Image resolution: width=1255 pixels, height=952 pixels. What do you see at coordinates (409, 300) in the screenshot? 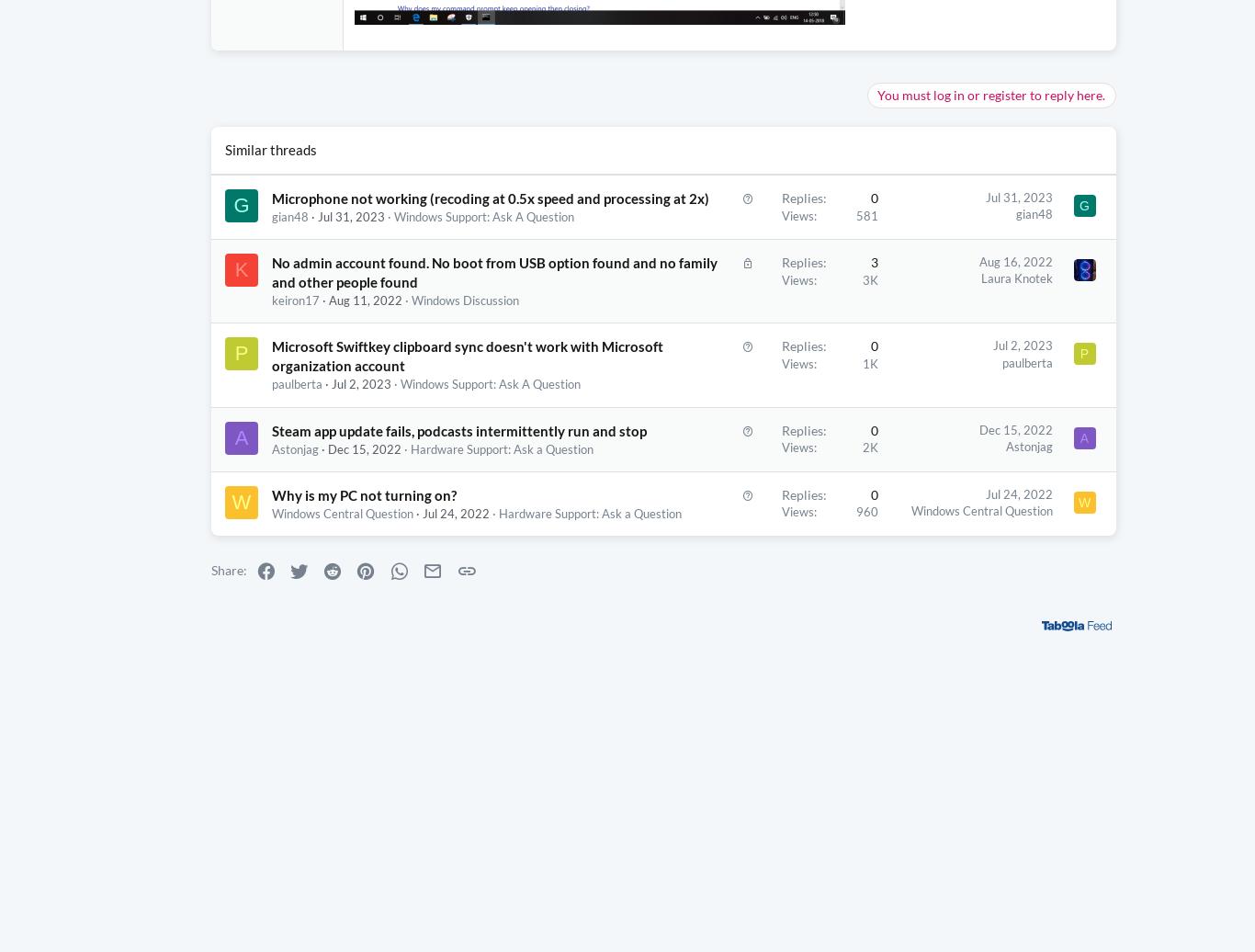
I see `'No admin account found. No boot from USB option found and no family and other people found'` at bounding box center [409, 300].